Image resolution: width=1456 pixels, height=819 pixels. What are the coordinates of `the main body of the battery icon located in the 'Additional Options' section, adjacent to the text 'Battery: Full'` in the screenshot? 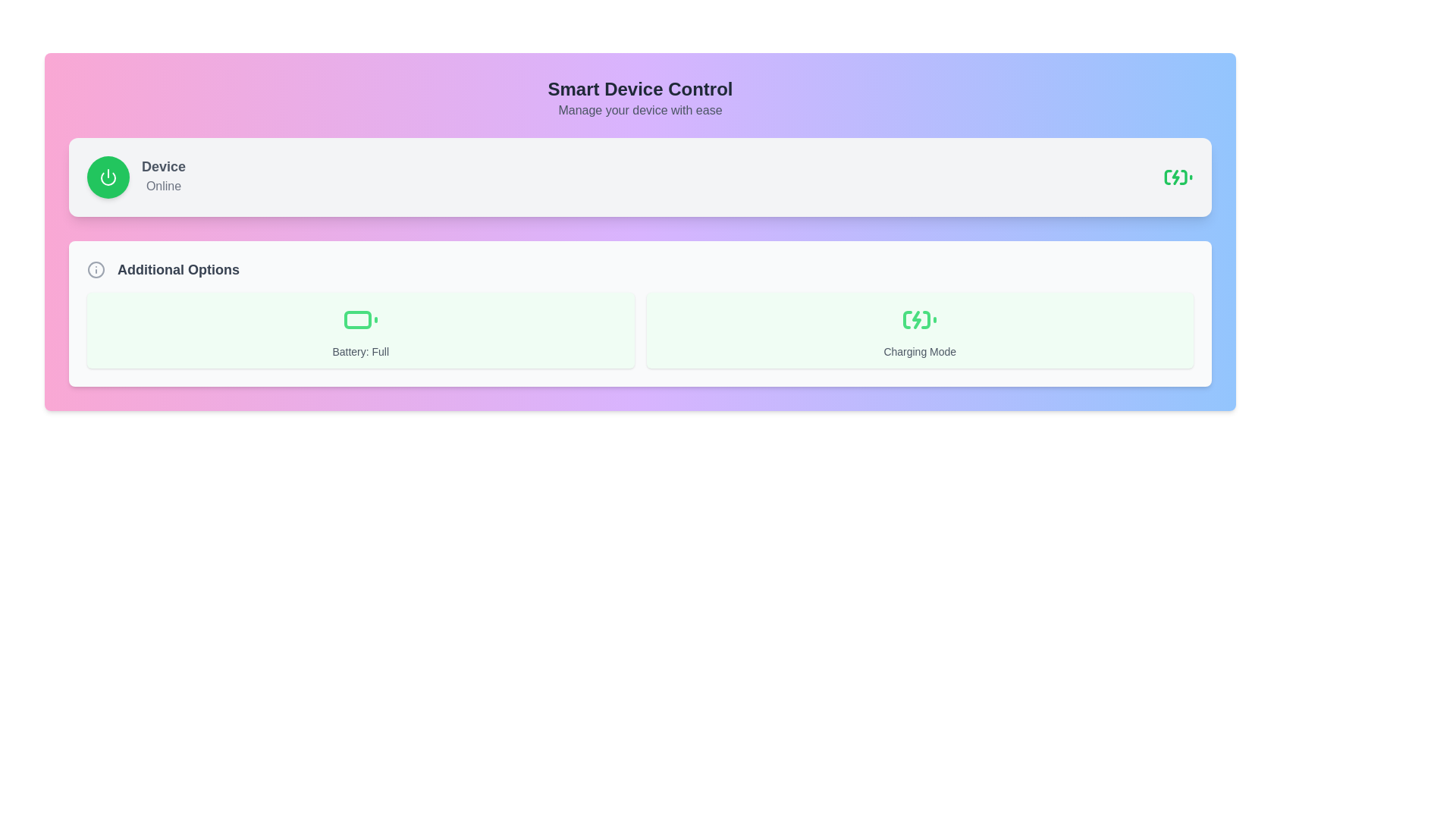 It's located at (356, 318).